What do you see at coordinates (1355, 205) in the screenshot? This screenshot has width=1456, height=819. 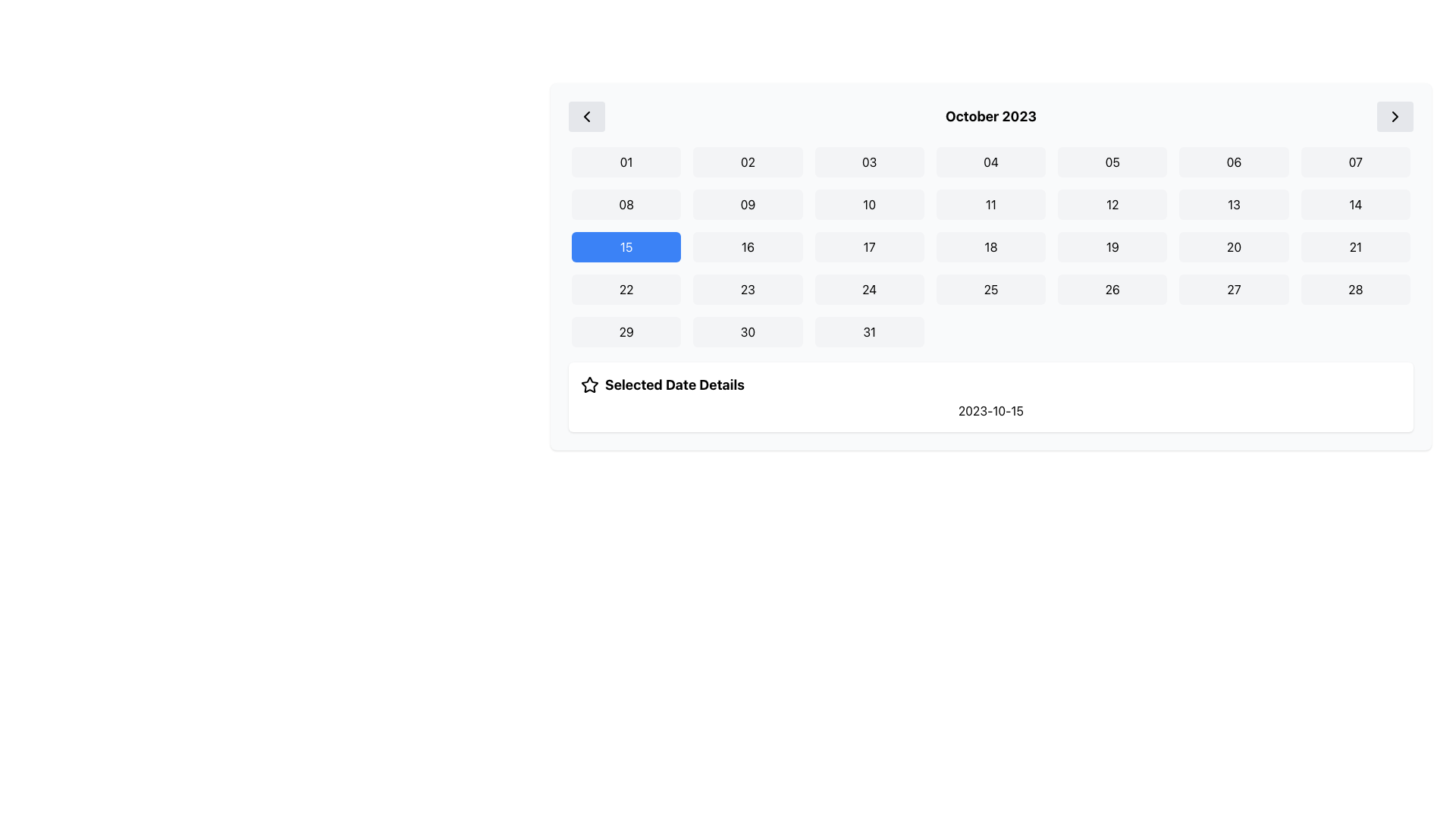 I see `the calendar day button located in the second row and seventh column` at bounding box center [1355, 205].